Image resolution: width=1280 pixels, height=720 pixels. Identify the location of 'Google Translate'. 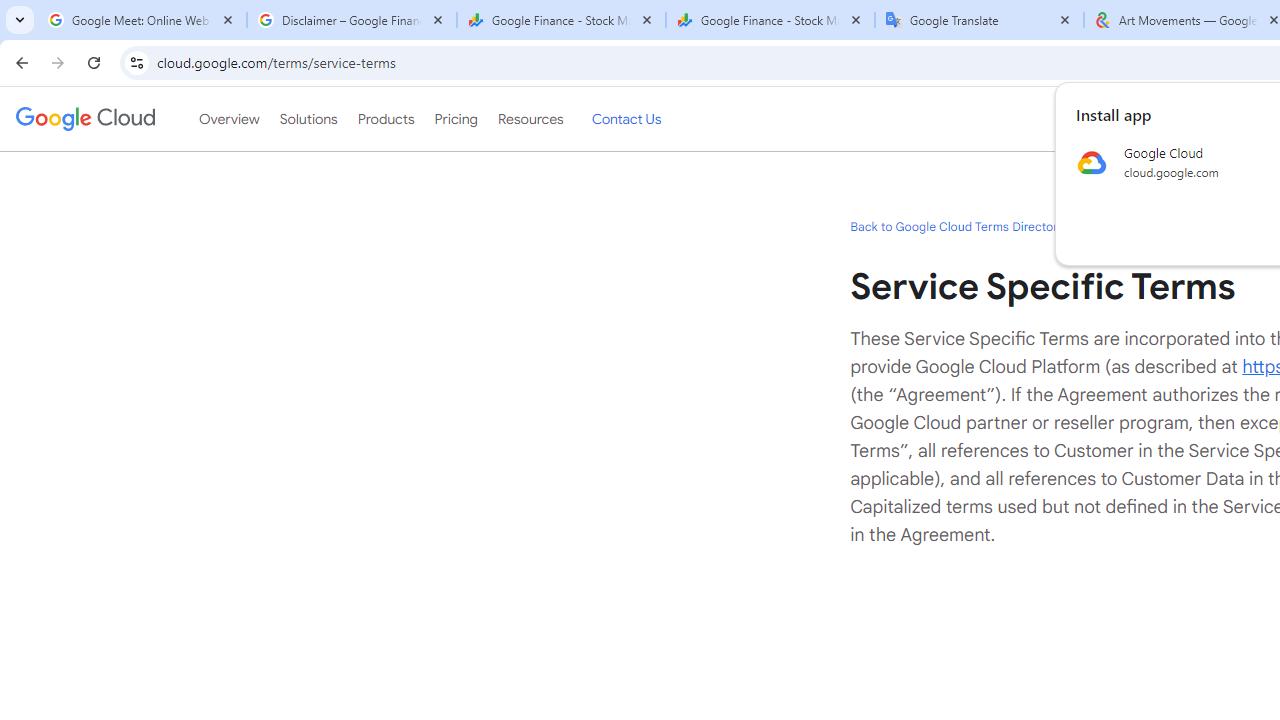
(979, 20).